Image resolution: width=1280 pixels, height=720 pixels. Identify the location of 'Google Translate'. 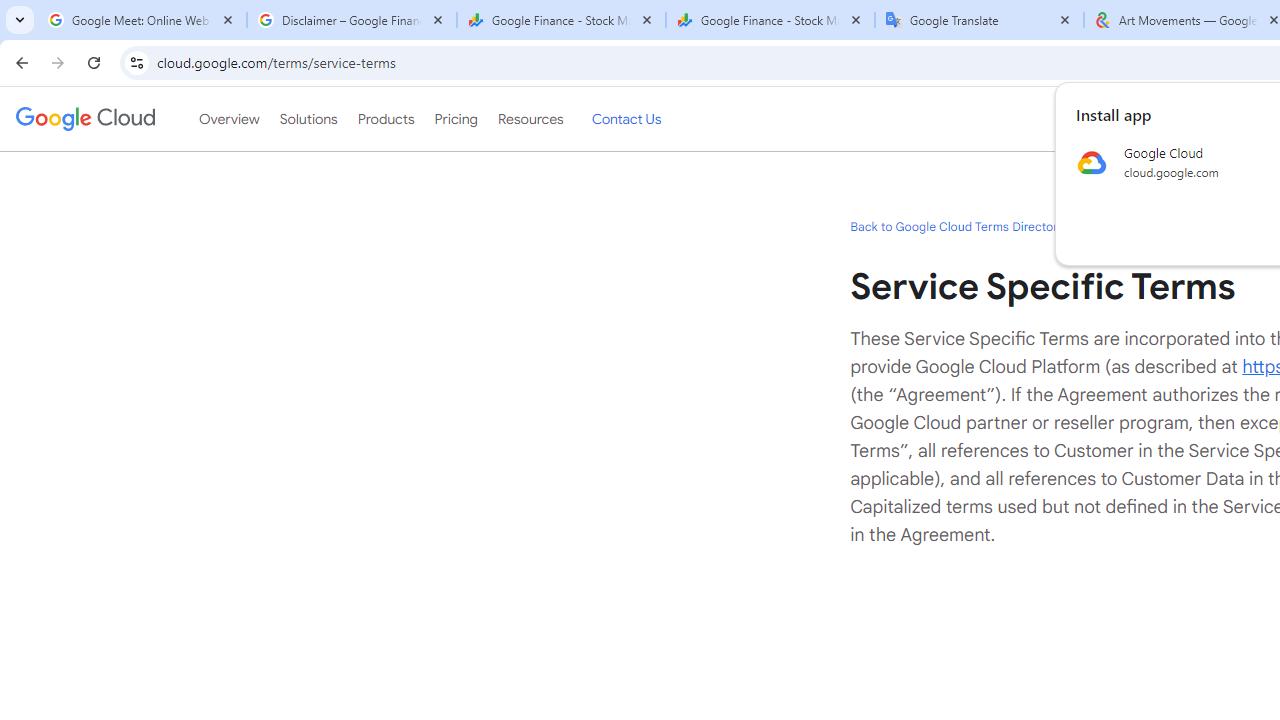
(979, 20).